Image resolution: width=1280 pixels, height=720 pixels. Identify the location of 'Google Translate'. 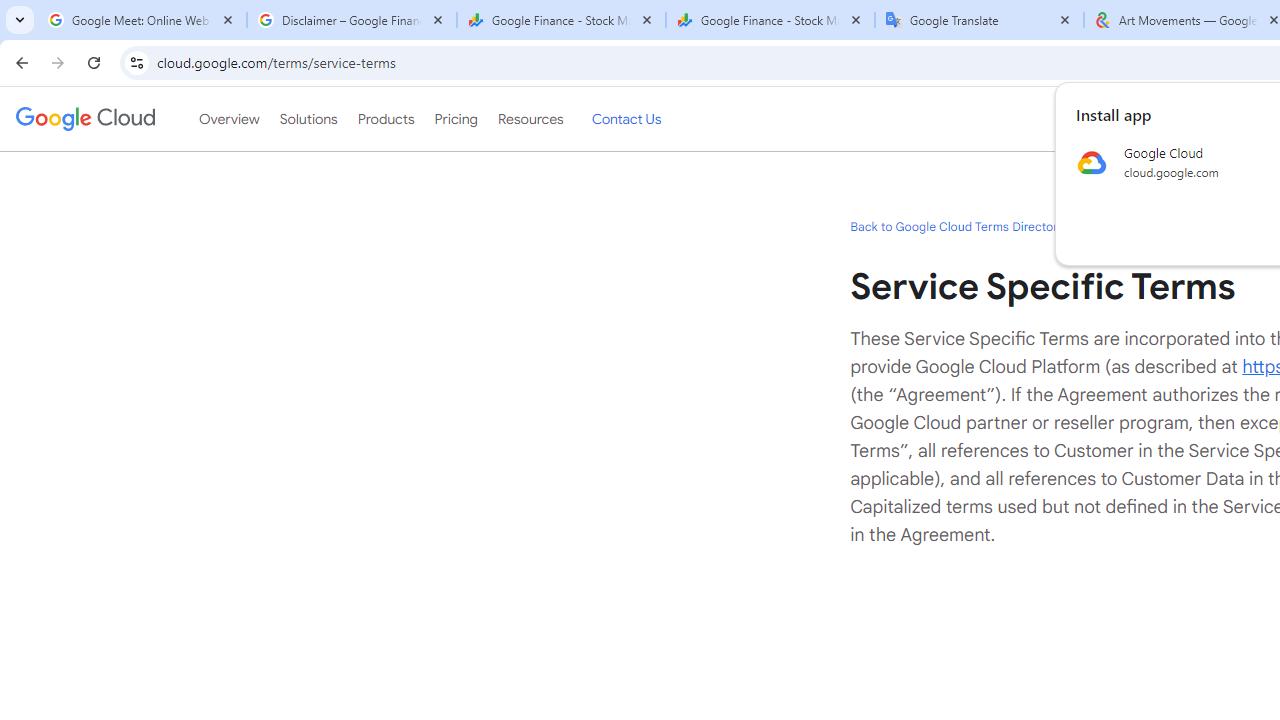
(979, 20).